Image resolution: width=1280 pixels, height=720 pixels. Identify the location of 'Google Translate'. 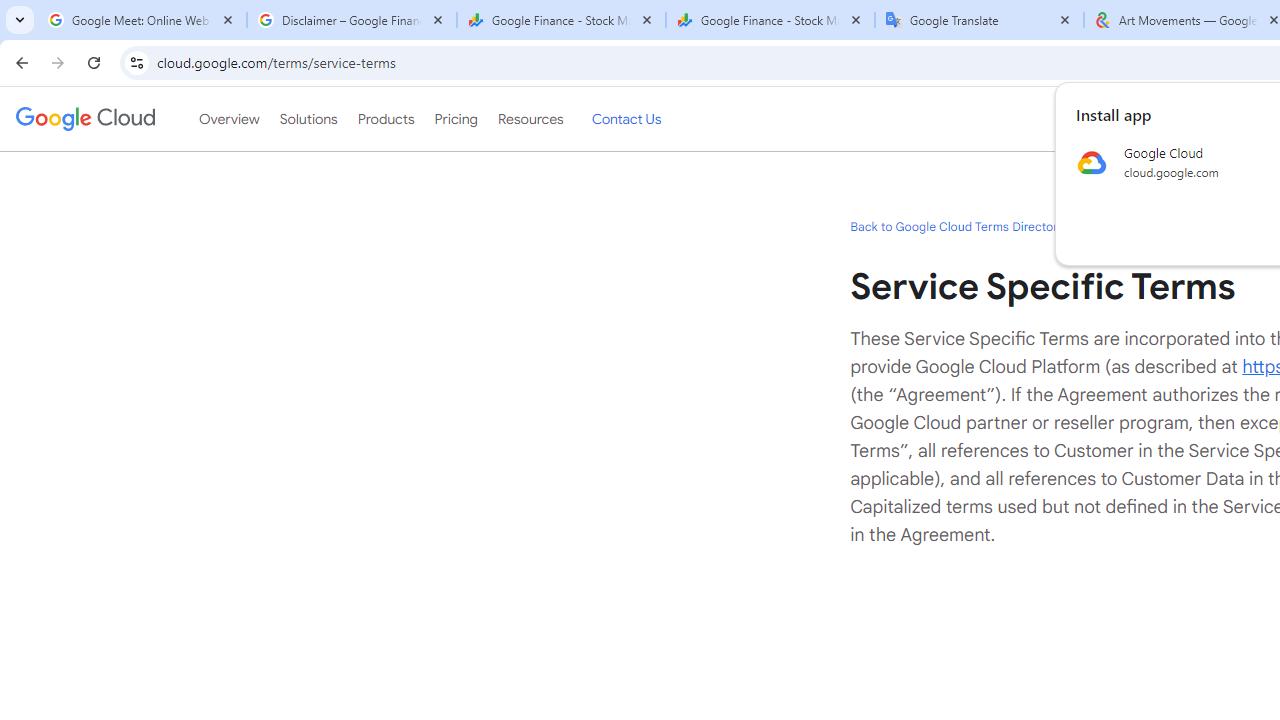
(979, 20).